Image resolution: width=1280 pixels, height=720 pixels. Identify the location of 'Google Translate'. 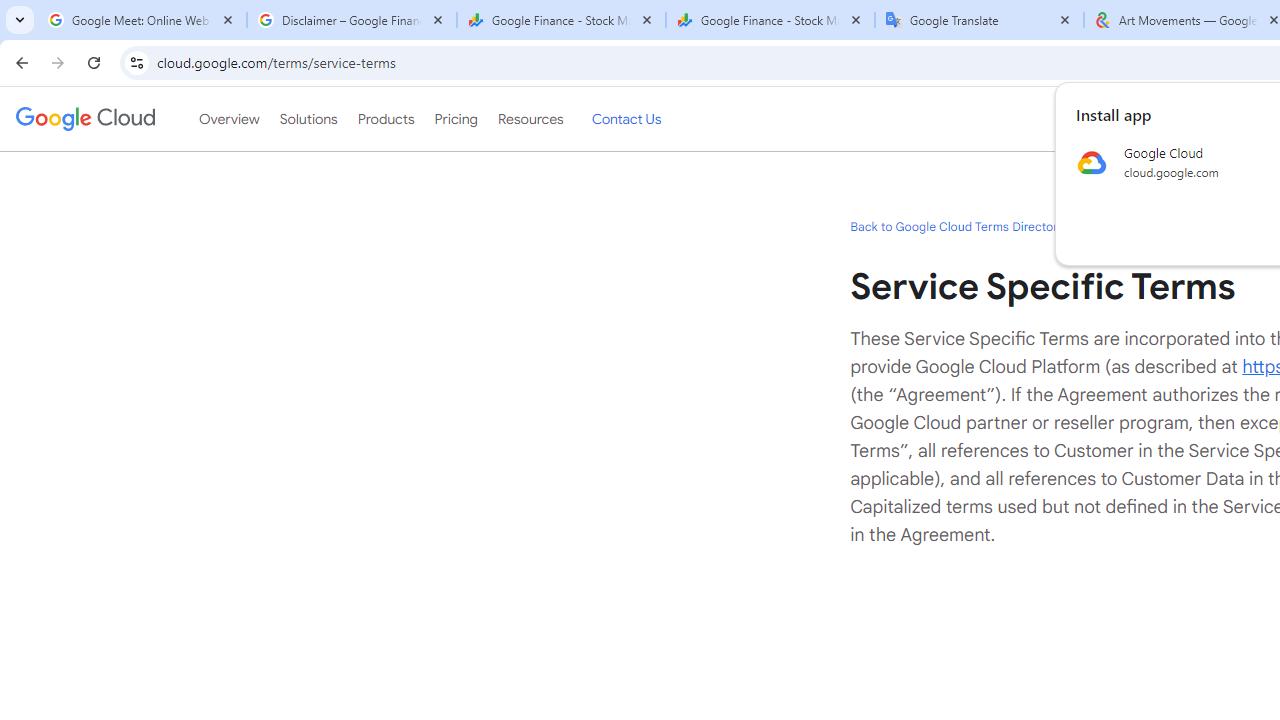
(979, 20).